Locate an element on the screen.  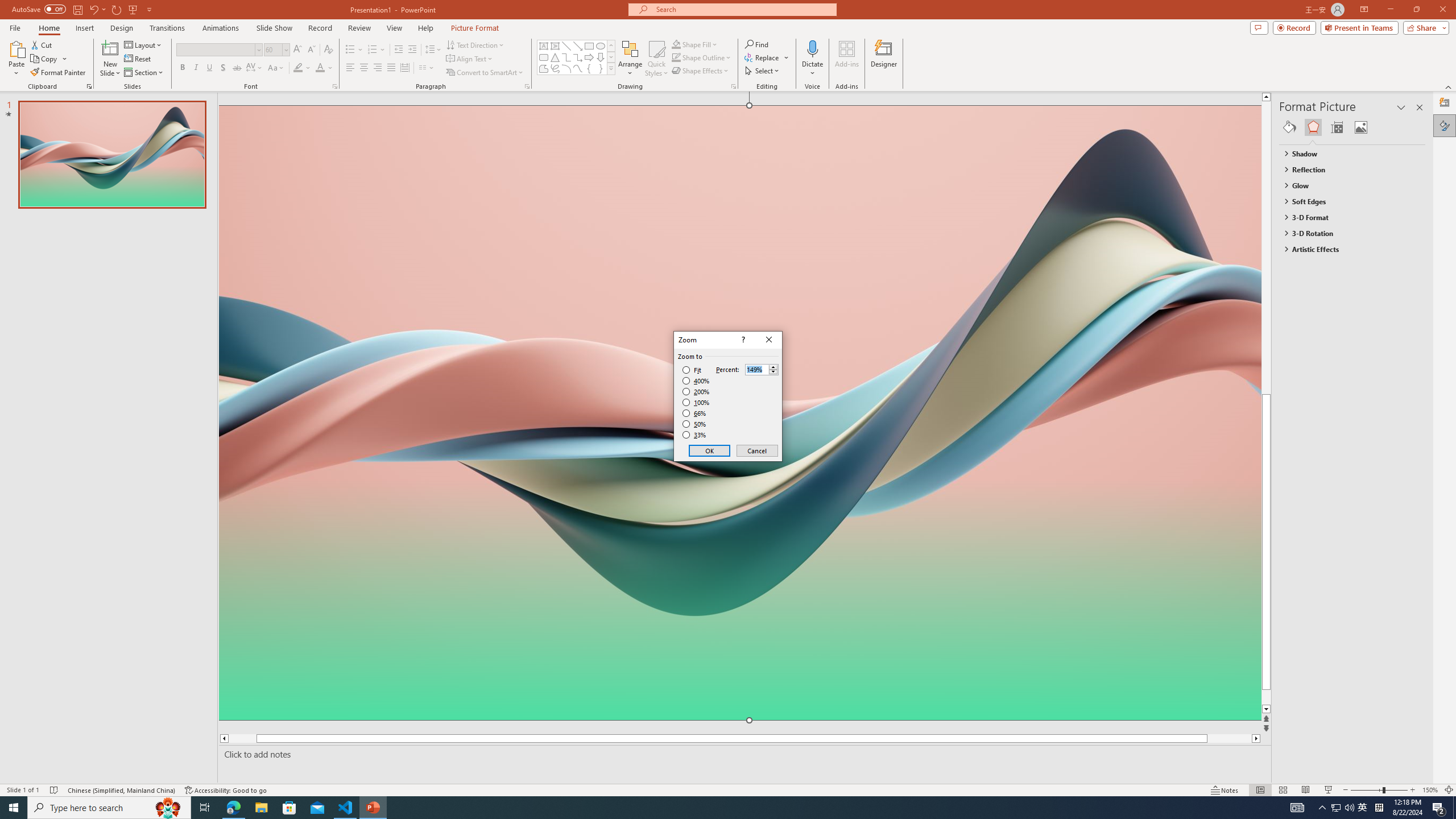
'File Explorer' is located at coordinates (260, 806).